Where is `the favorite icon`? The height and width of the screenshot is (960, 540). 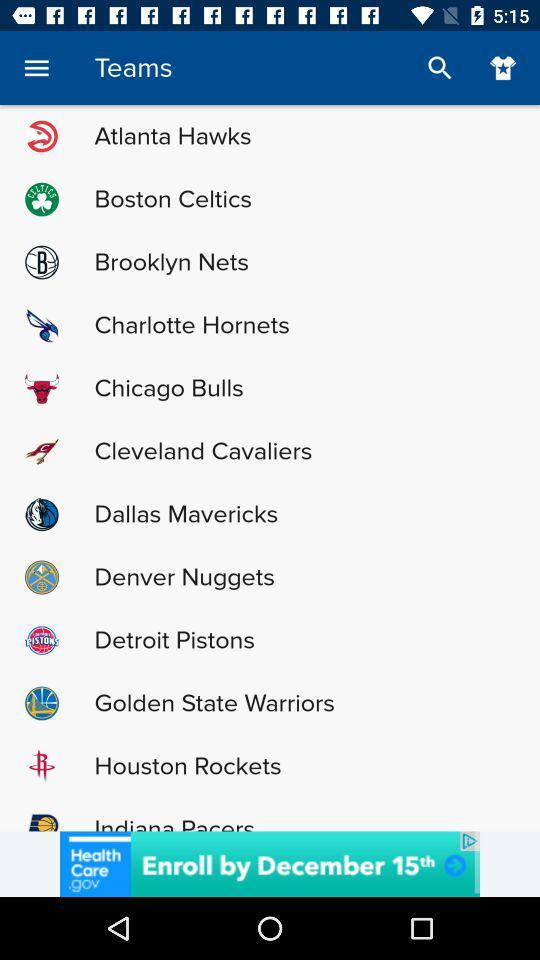
the favorite icon is located at coordinates (502, 68).